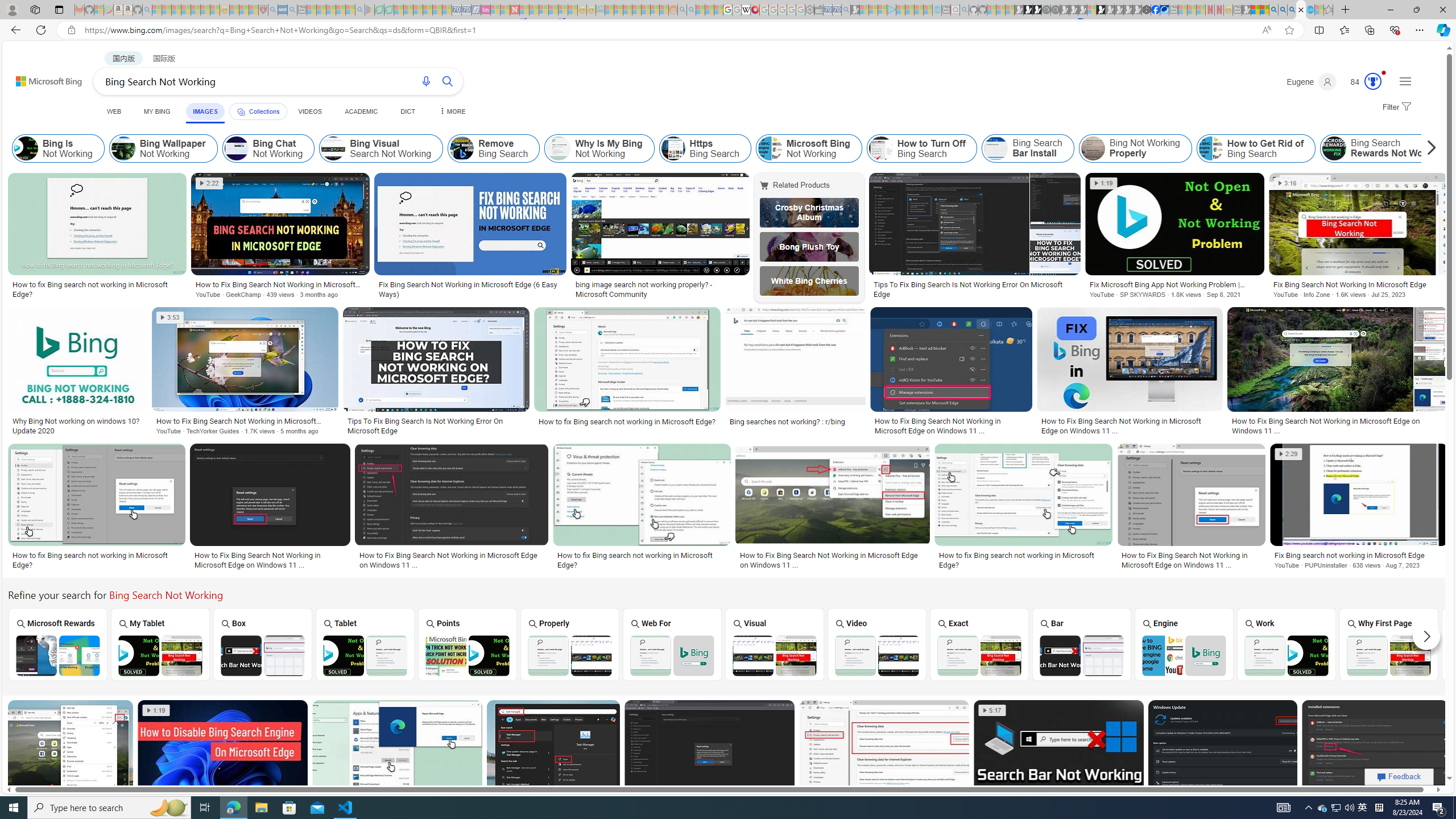 The height and width of the screenshot is (819, 1456). What do you see at coordinates (1288, 453) in the screenshot?
I see `'2:29'` at bounding box center [1288, 453].